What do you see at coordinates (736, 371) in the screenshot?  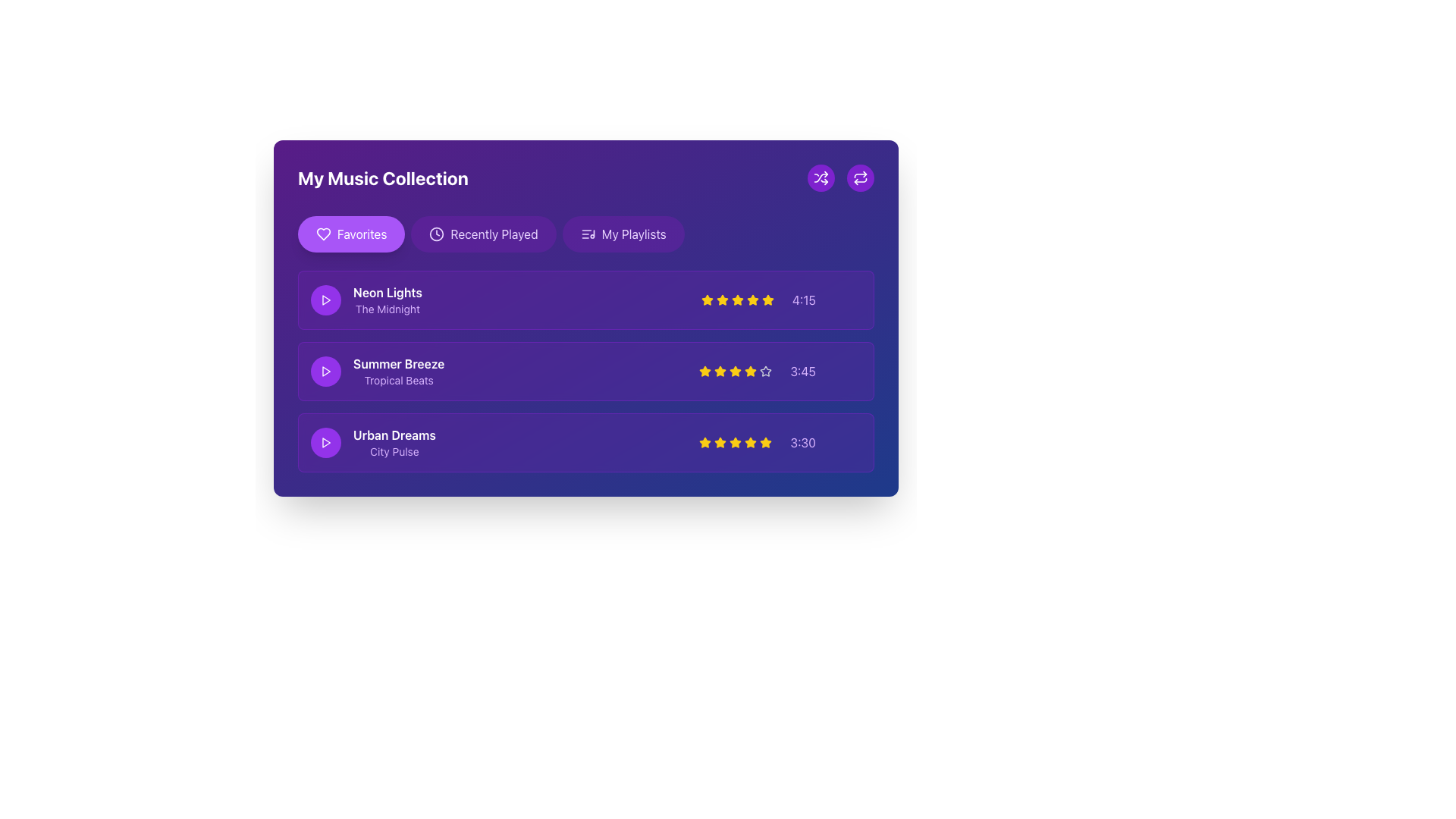 I see `the third star icon in the rating system for the song 'Summer Breeze' in the 'My Music Collection' section` at bounding box center [736, 371].